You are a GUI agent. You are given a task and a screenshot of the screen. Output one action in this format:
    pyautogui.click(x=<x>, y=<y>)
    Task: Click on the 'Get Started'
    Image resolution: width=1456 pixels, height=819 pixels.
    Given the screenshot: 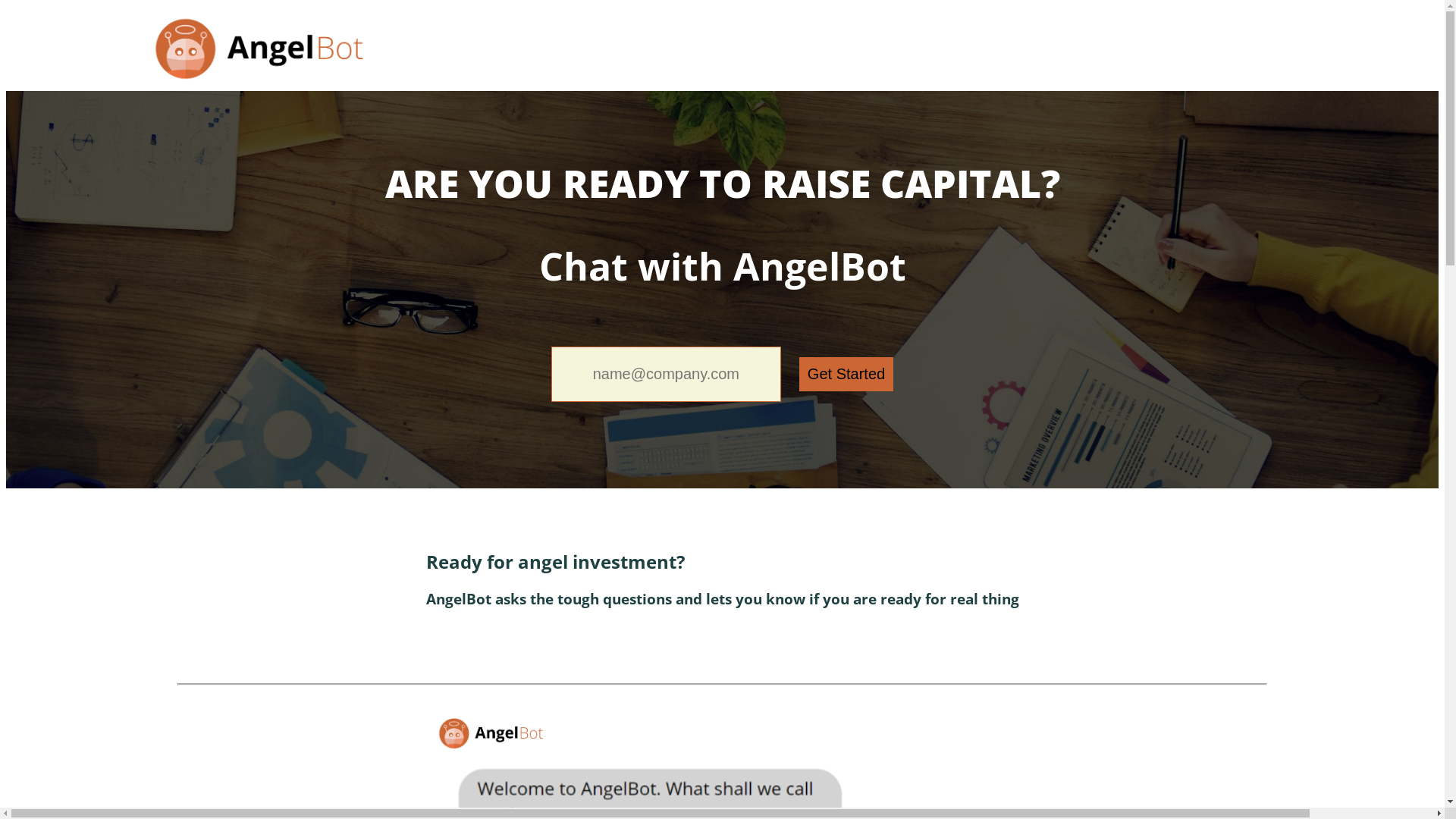 What is the action you would take?
    pyautogui.click(x=846, y=374)
    